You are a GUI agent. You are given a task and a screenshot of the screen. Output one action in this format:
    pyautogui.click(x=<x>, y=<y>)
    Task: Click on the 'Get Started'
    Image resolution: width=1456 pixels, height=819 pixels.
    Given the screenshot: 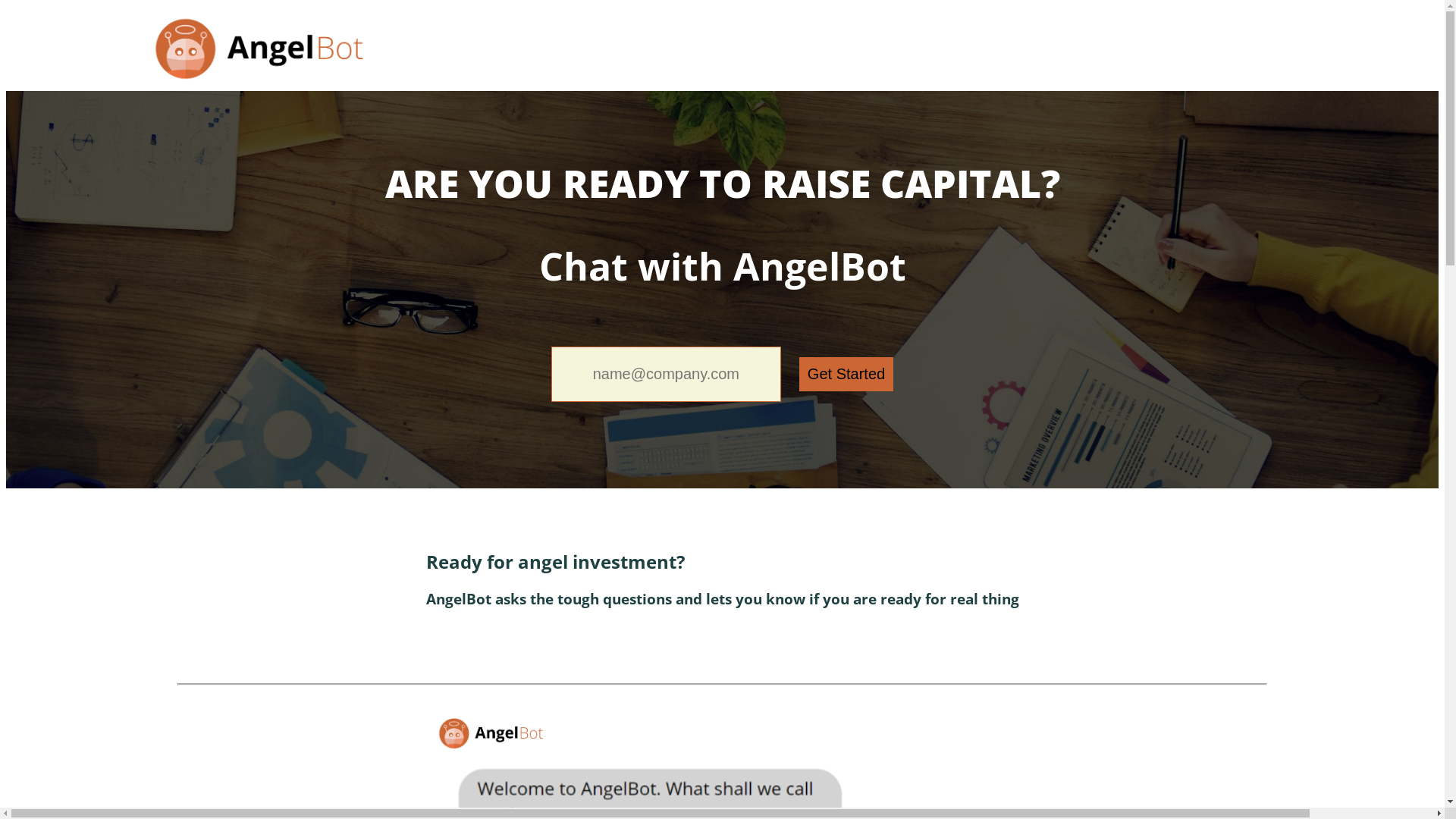 What is the action you would take?
    pyautogui.click(x=846, y=374)
    